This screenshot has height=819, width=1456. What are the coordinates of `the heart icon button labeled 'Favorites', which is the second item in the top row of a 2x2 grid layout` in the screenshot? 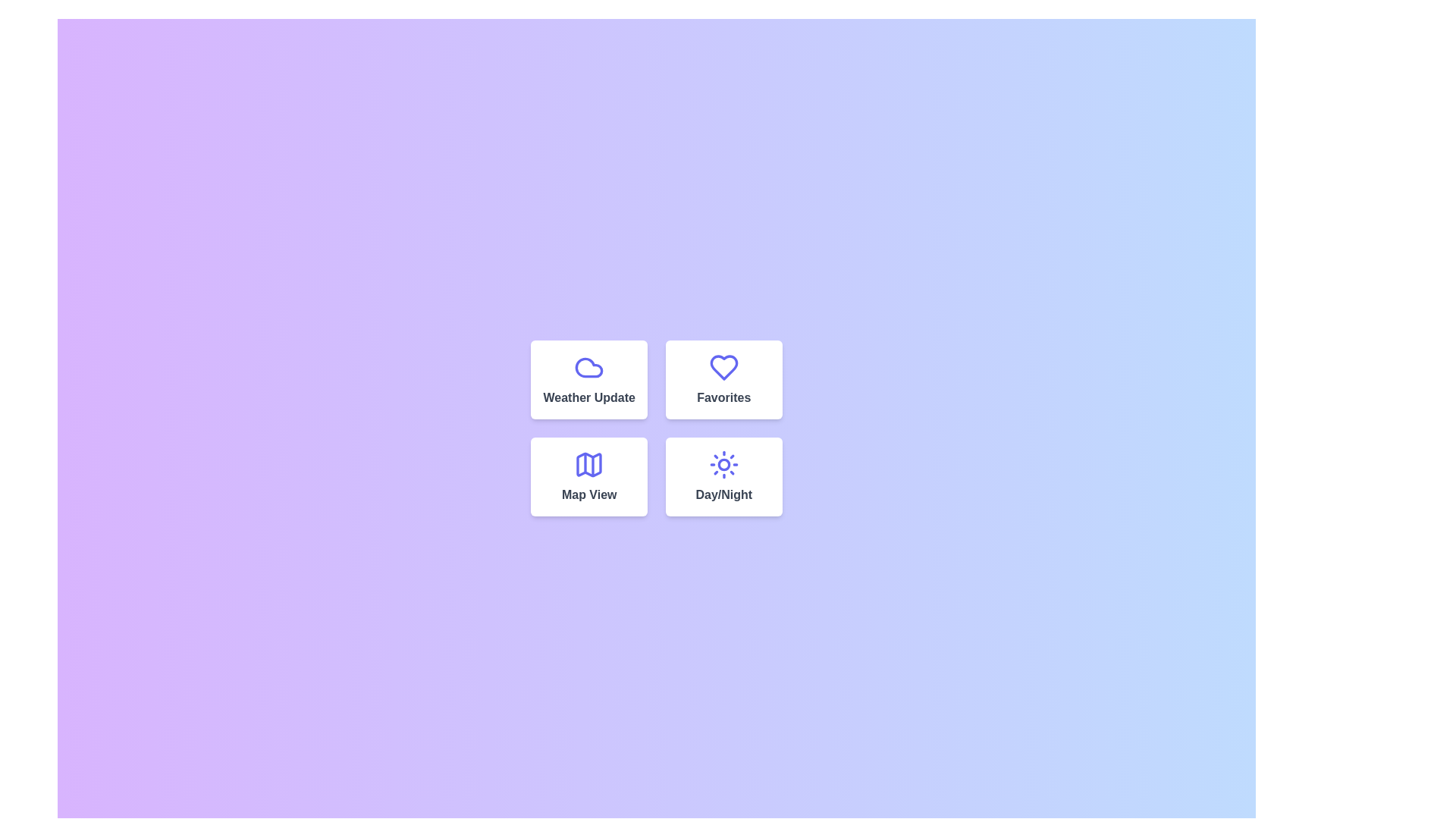 It's located at (723, 379).